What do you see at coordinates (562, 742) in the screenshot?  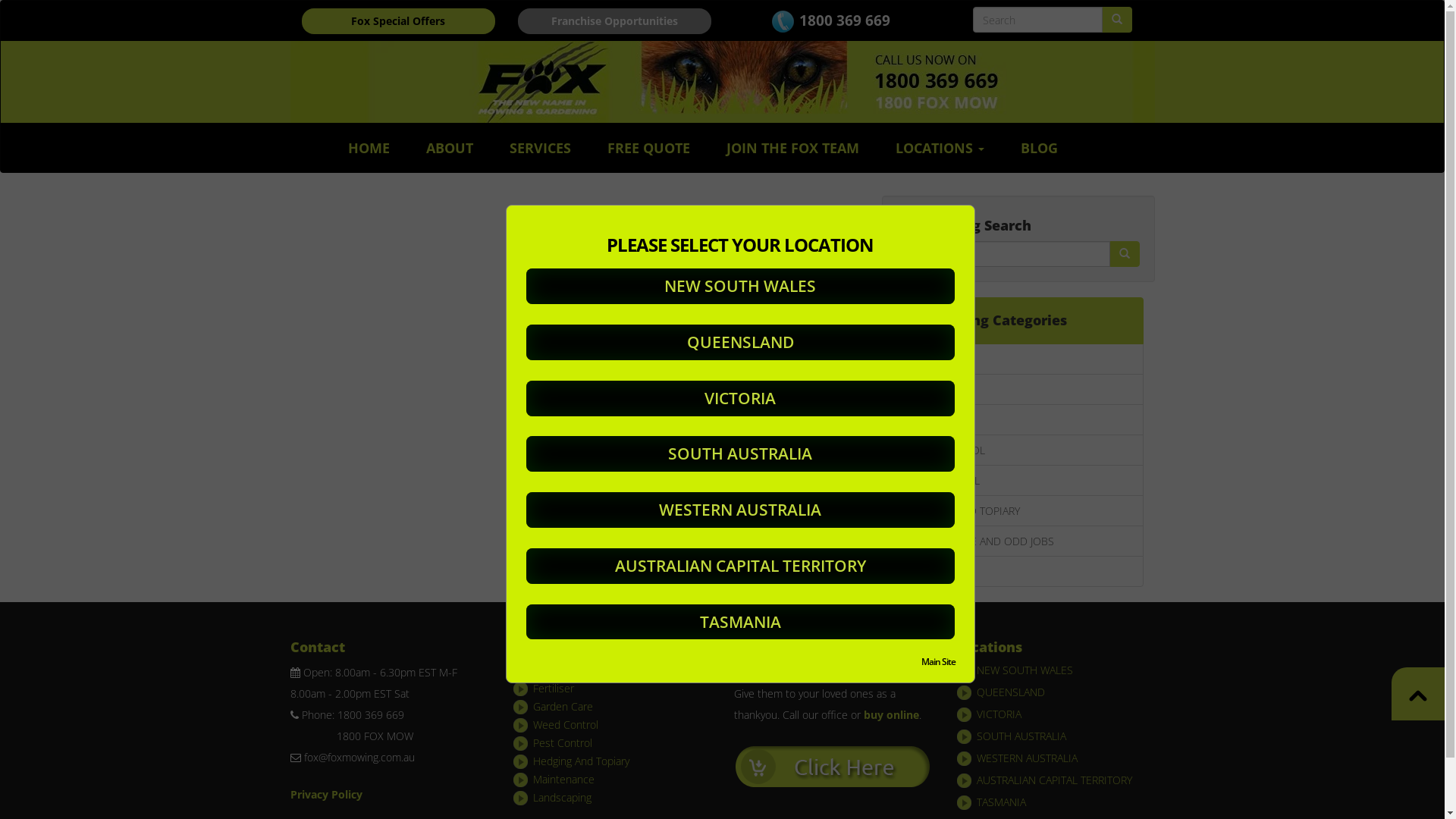 I see `'Pest Control'` at bounding box center [562, 742].